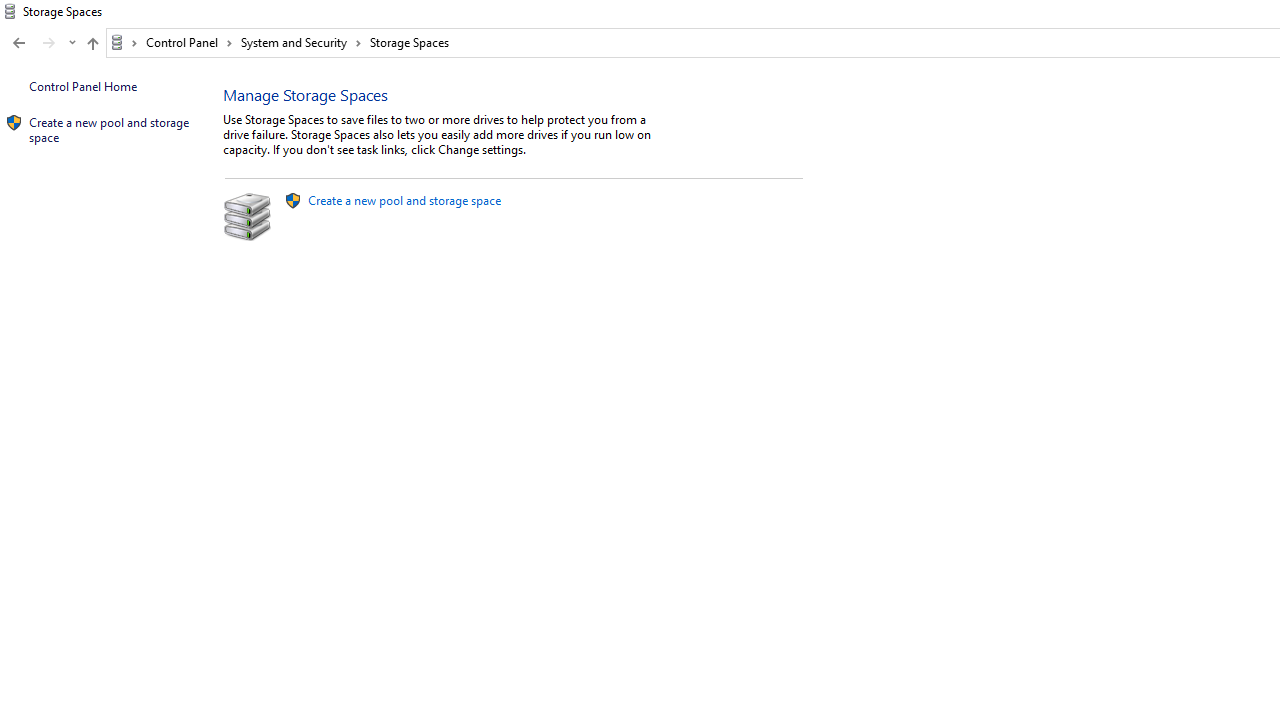  I want to click on 'Up to "System and Security" (Alt + Up Arrow)', so click(91, 43).